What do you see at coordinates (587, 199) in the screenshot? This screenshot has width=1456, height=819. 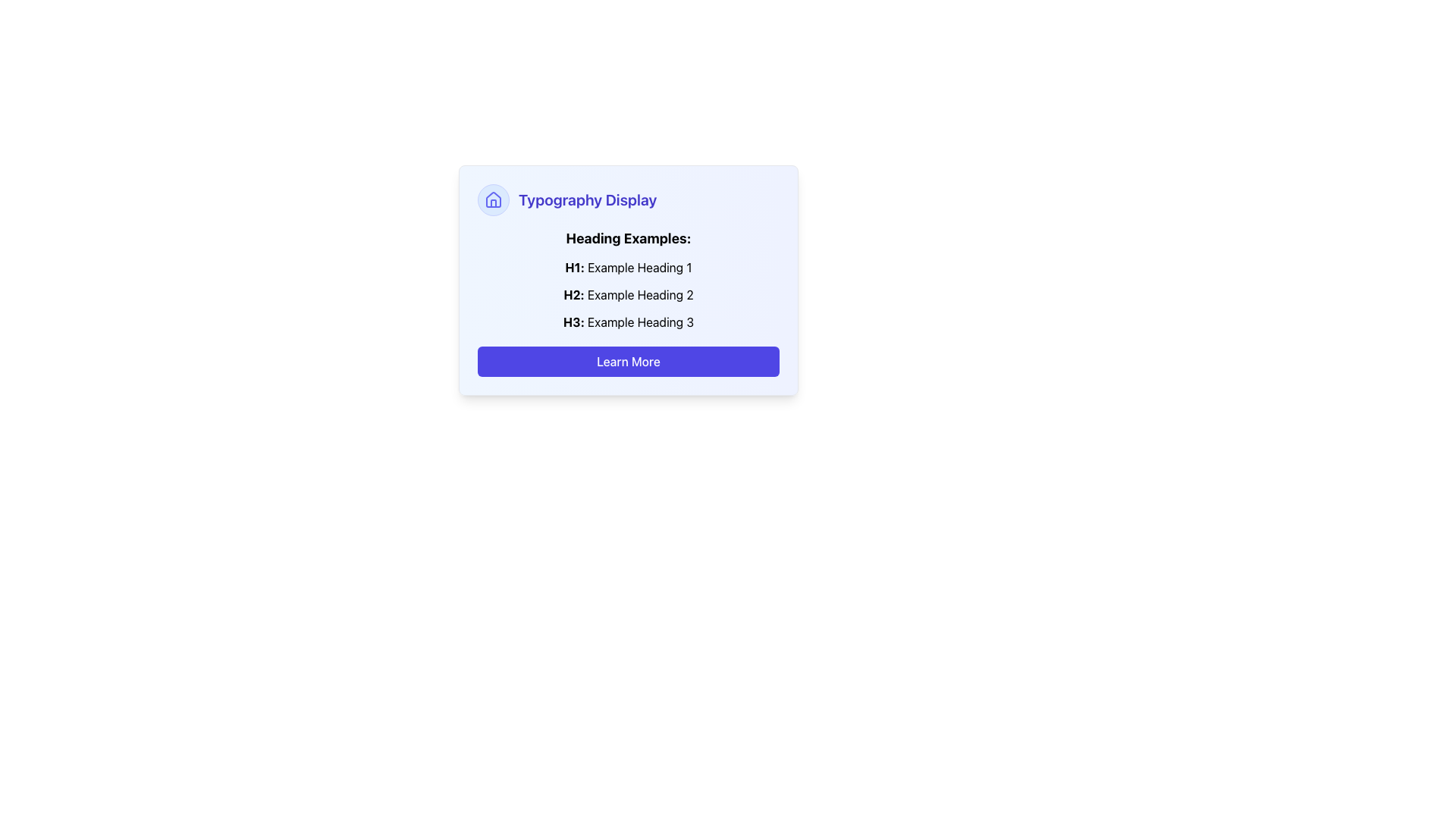 I see `the text 'Typography Display'` at bounding box center [587, 199].